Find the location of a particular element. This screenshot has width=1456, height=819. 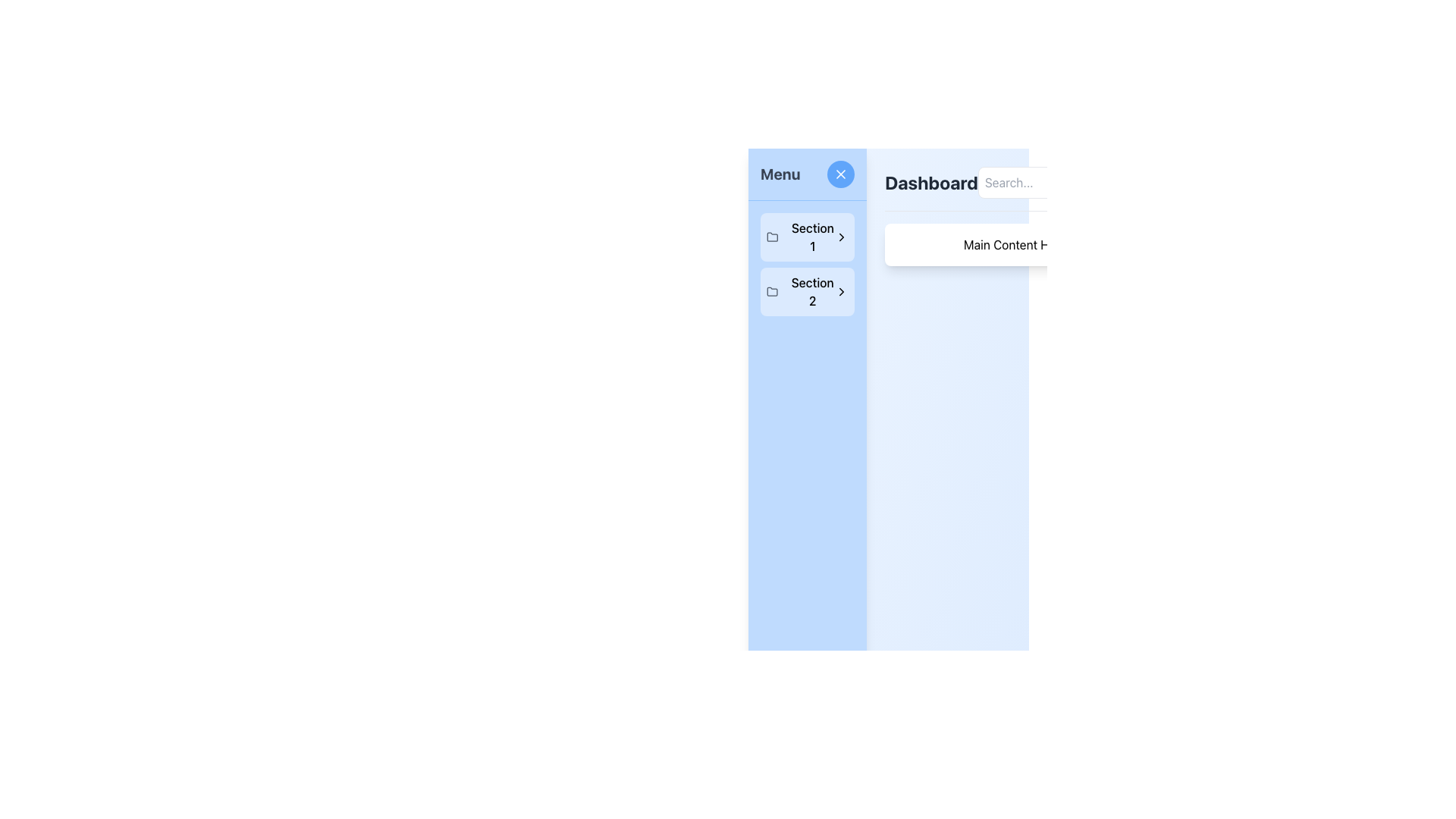

the static text element labeled 'Section 1' in the left sidebar menu, which serves as a label for a menu item is located at coordinates (811, 237).